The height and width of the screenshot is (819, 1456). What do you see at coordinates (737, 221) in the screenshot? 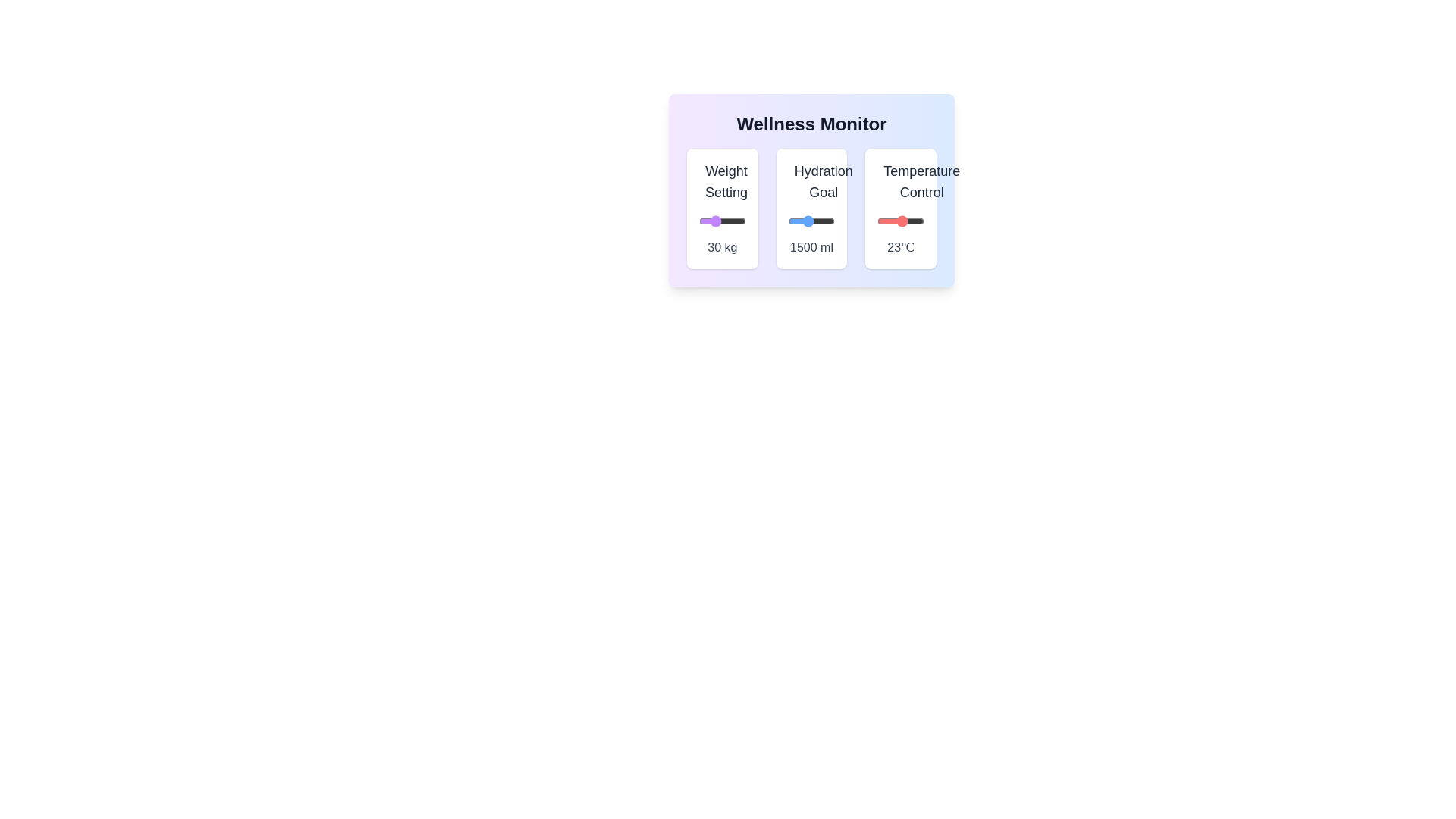
I see `weight` at bounding box center [737, 221].